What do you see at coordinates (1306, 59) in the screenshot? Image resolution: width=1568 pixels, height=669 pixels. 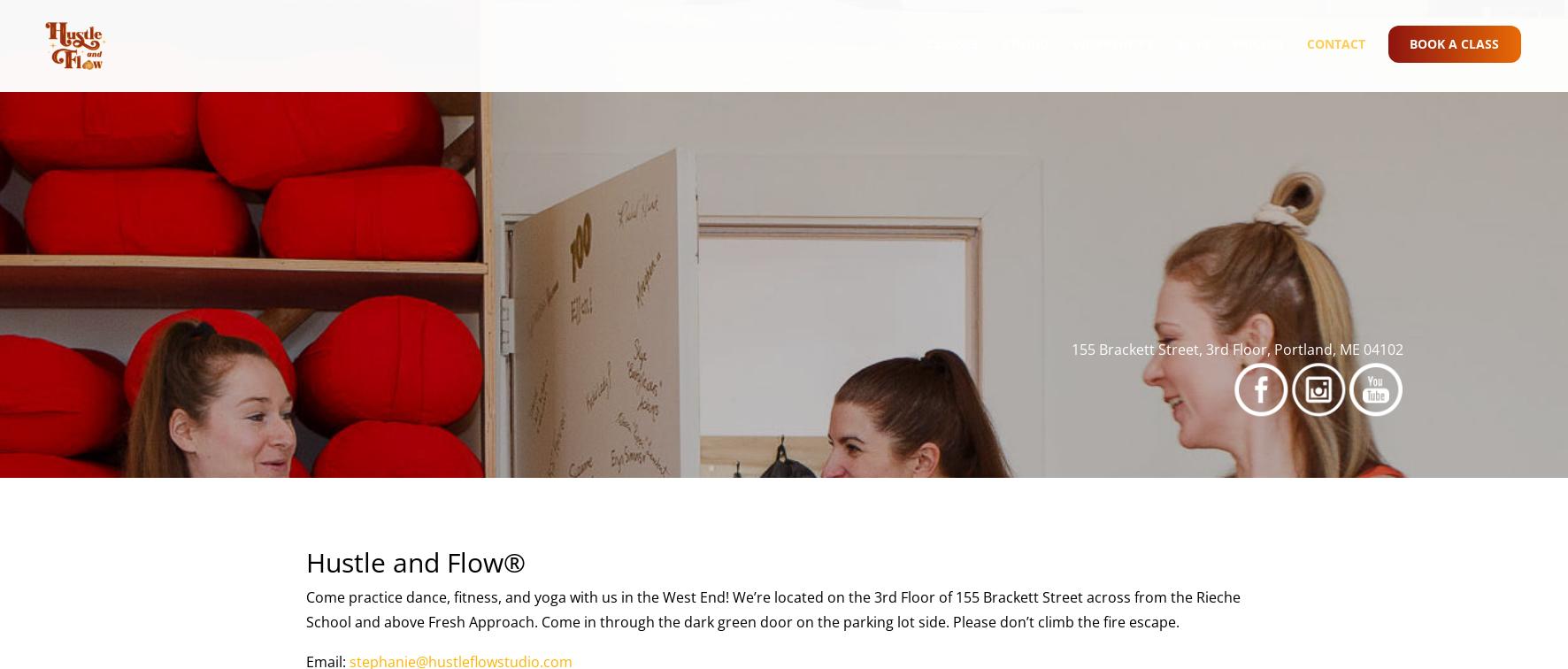 I see `'Contact'` at bounding box center [1306, 59].